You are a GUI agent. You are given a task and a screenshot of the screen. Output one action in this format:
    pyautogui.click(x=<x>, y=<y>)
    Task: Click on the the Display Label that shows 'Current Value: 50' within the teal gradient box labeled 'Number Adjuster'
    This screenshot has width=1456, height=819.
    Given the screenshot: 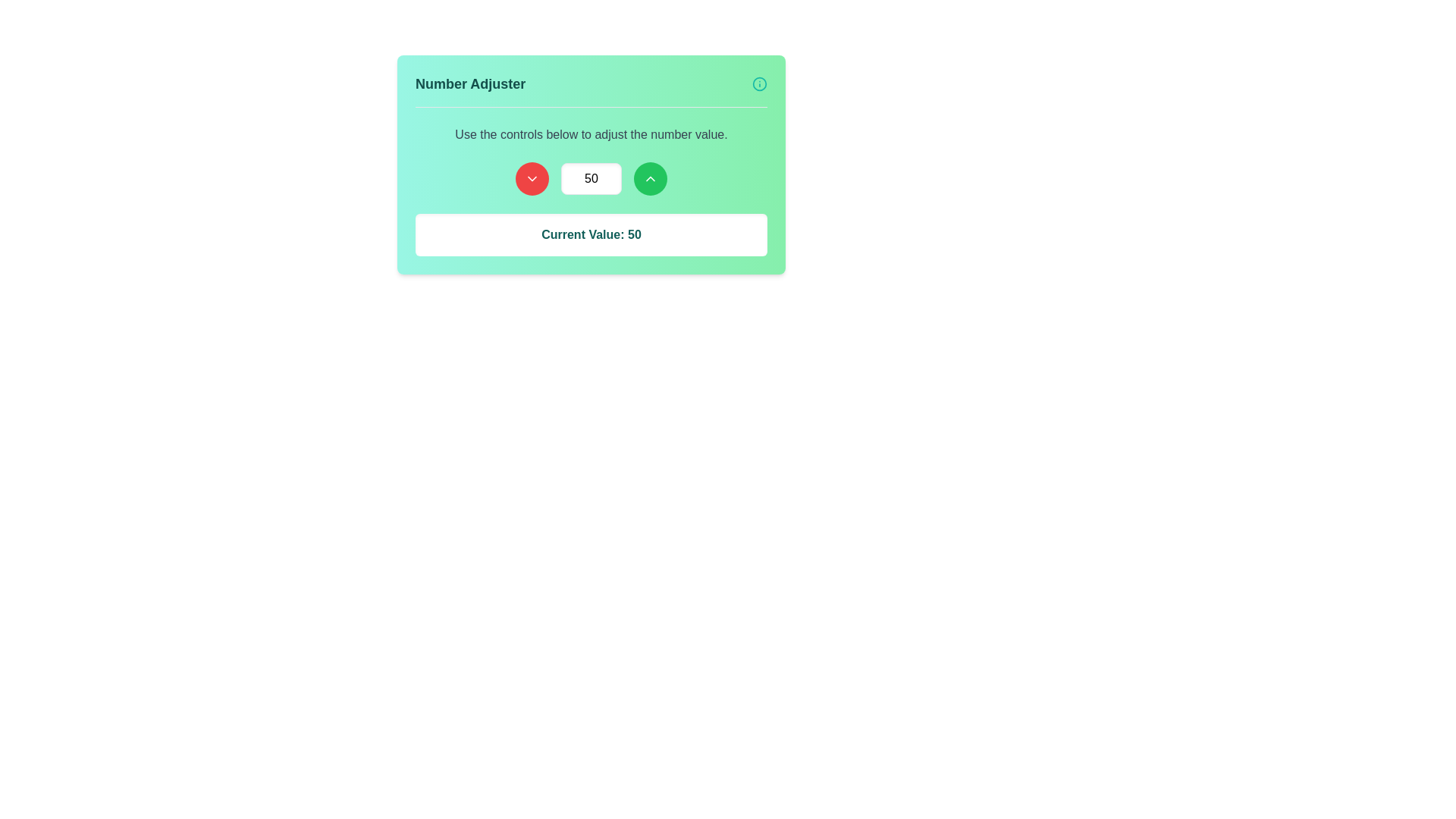 What is the action you would take?
    pyautogui.click(x=590, y=234)
    